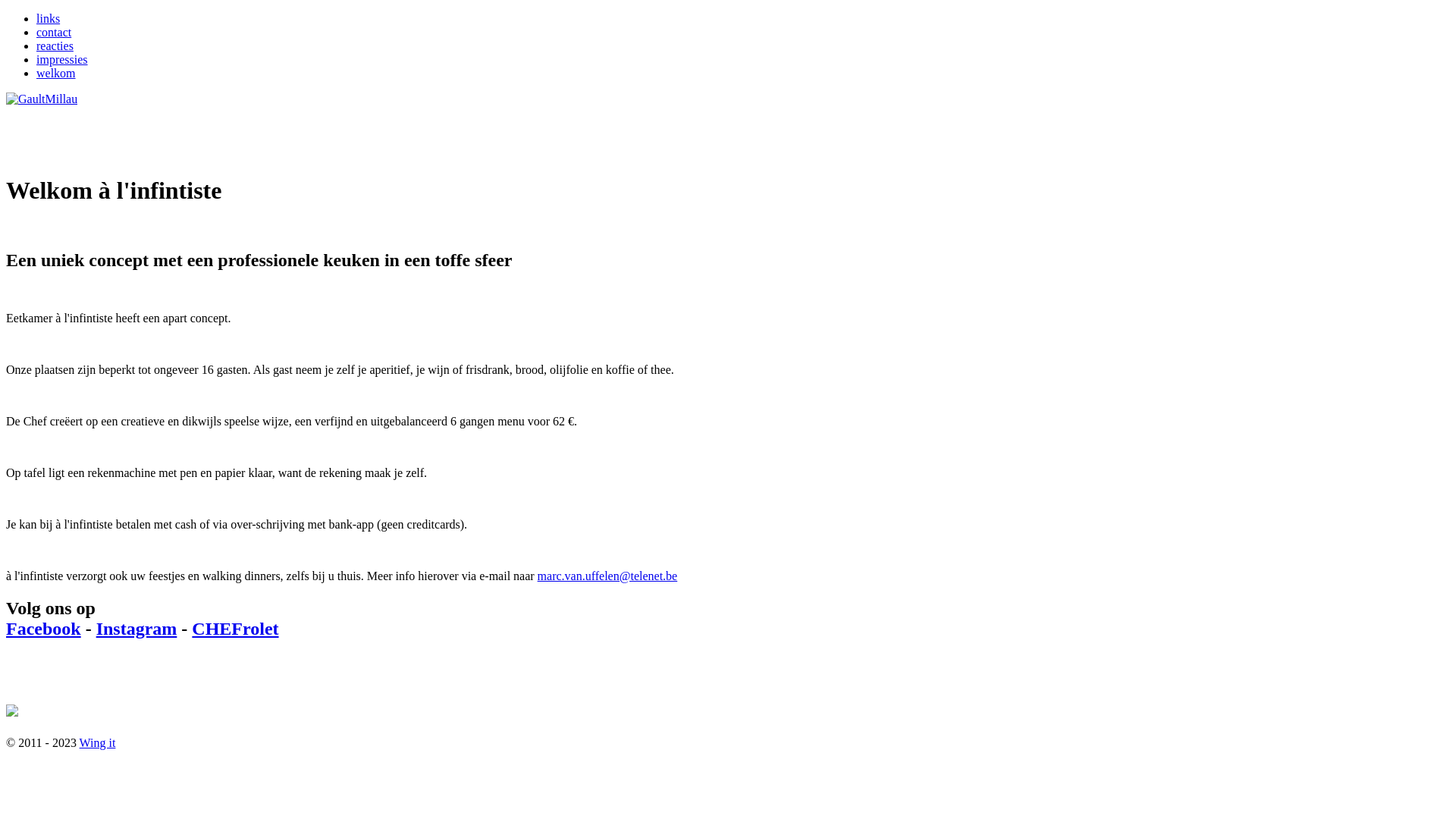 The height and width of the screenshot is (819, 1456). I want to click on 'reacties', so click(36, 45).